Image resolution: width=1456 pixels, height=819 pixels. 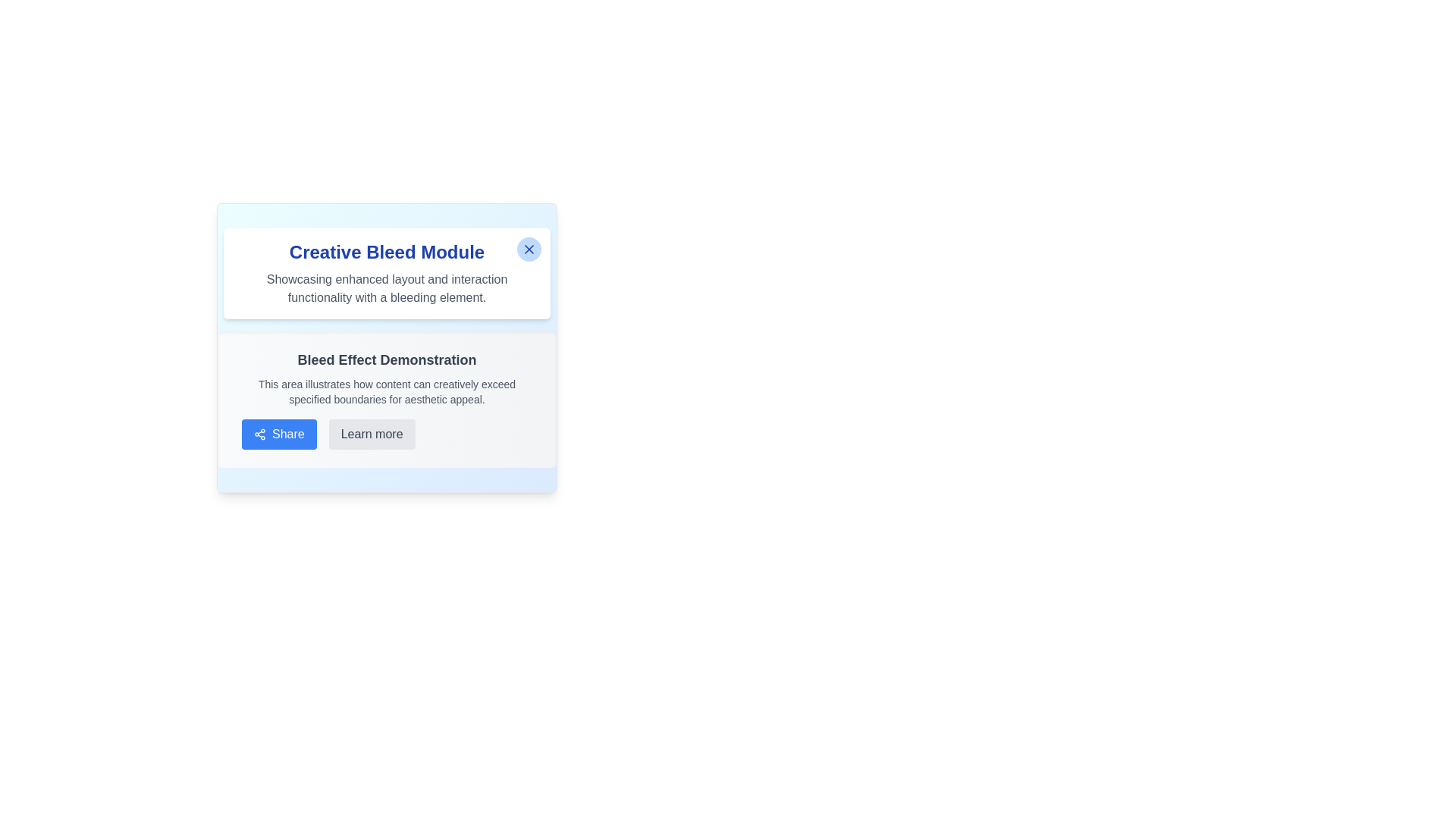 What do you see at coordinates (387, 359) in the screenshot?
I see `the bold, large-font grayish text displaying 'Bleed Effect Demonstration', which is centrally aligned in its module and located at the top above other elements` at bounding box center [387, 359].